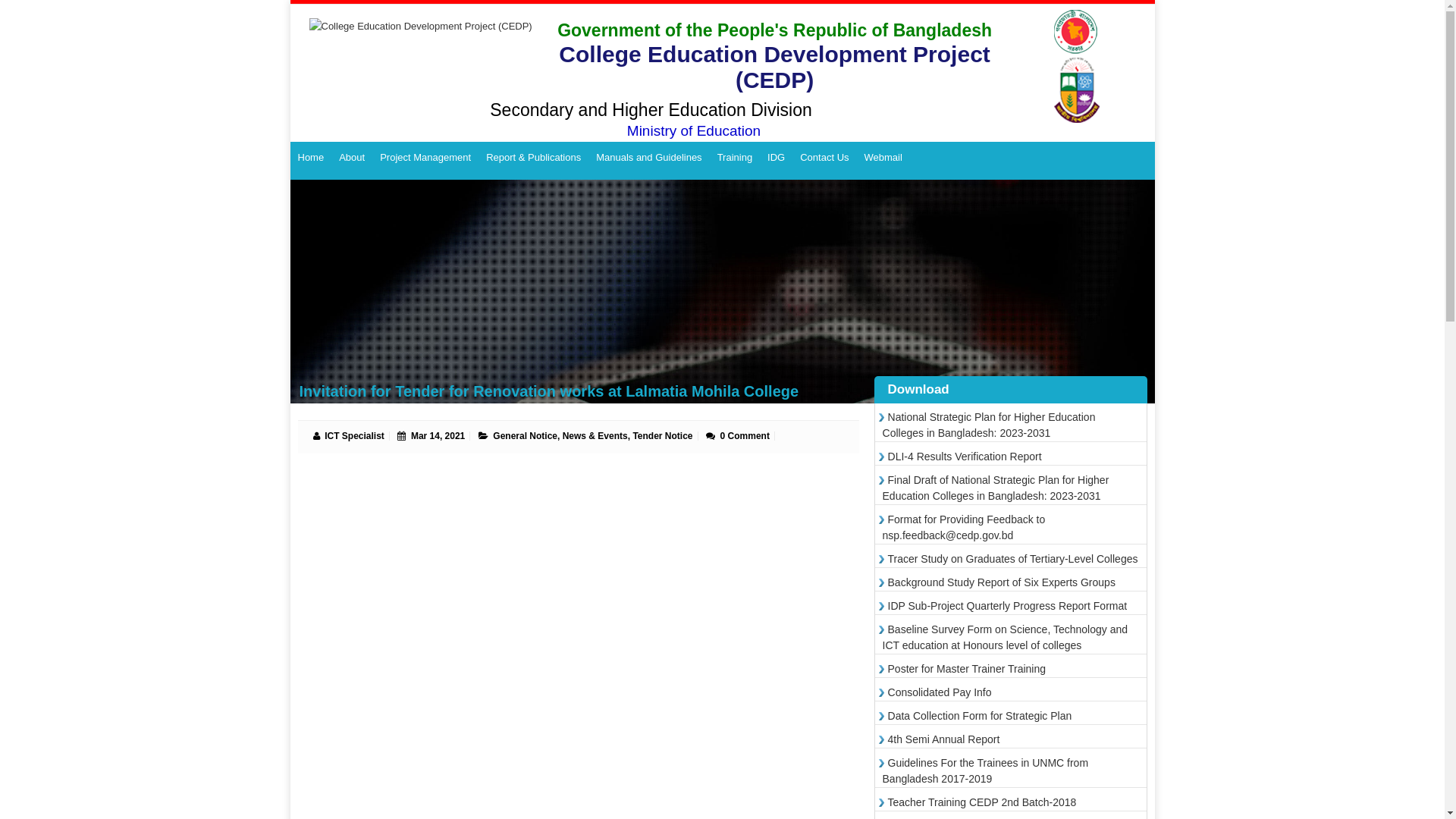  What do you see at coordinates (964, 668) in the screenshot?
I see `'Poster for Master Trainer Training'` at bounding box center [964, 668].